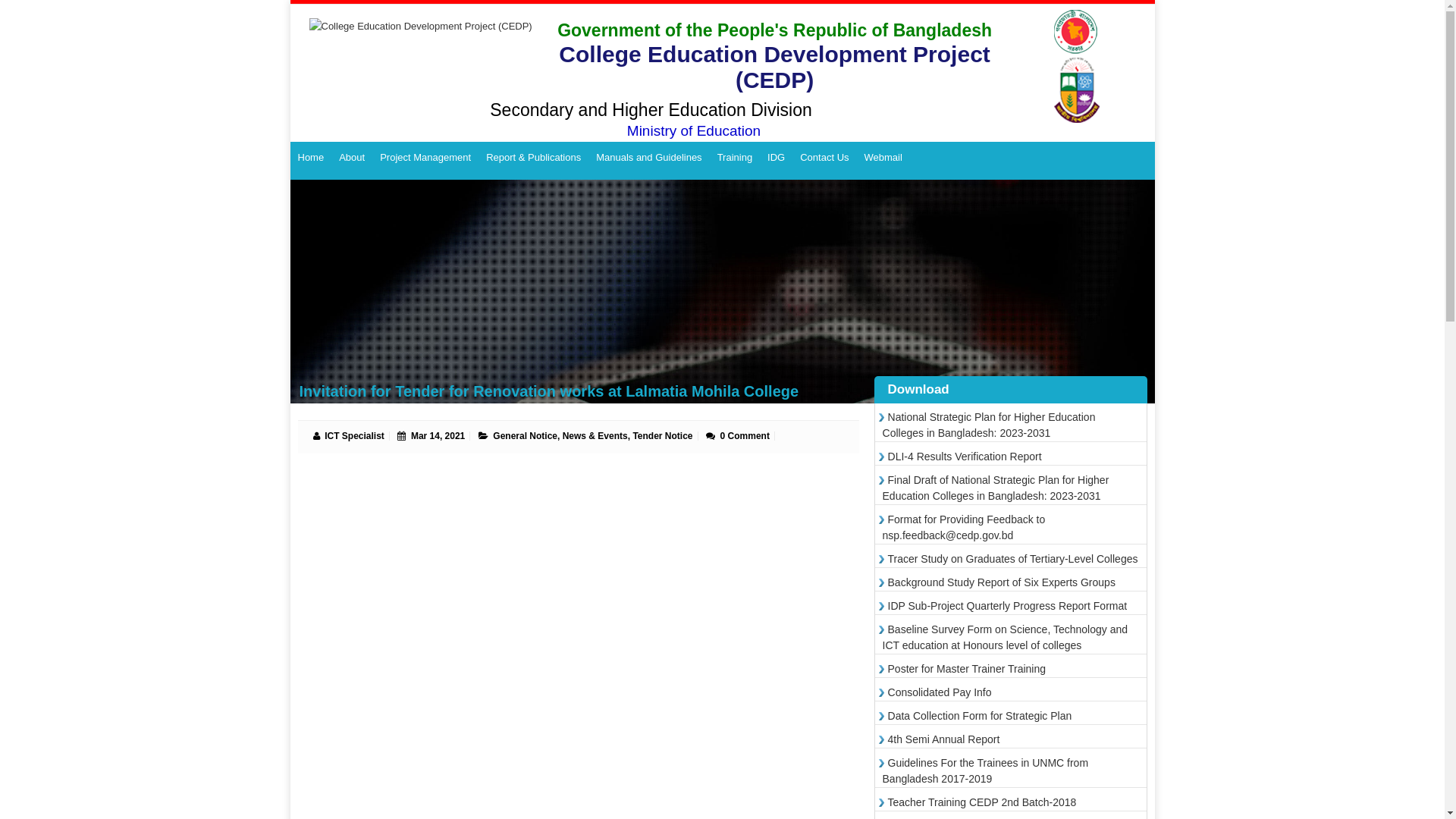  What do you see at coordinates (964, 668) in the screenshot?
I see `'Poster for Master Trainer Training'` at bounding box center [964, 668].